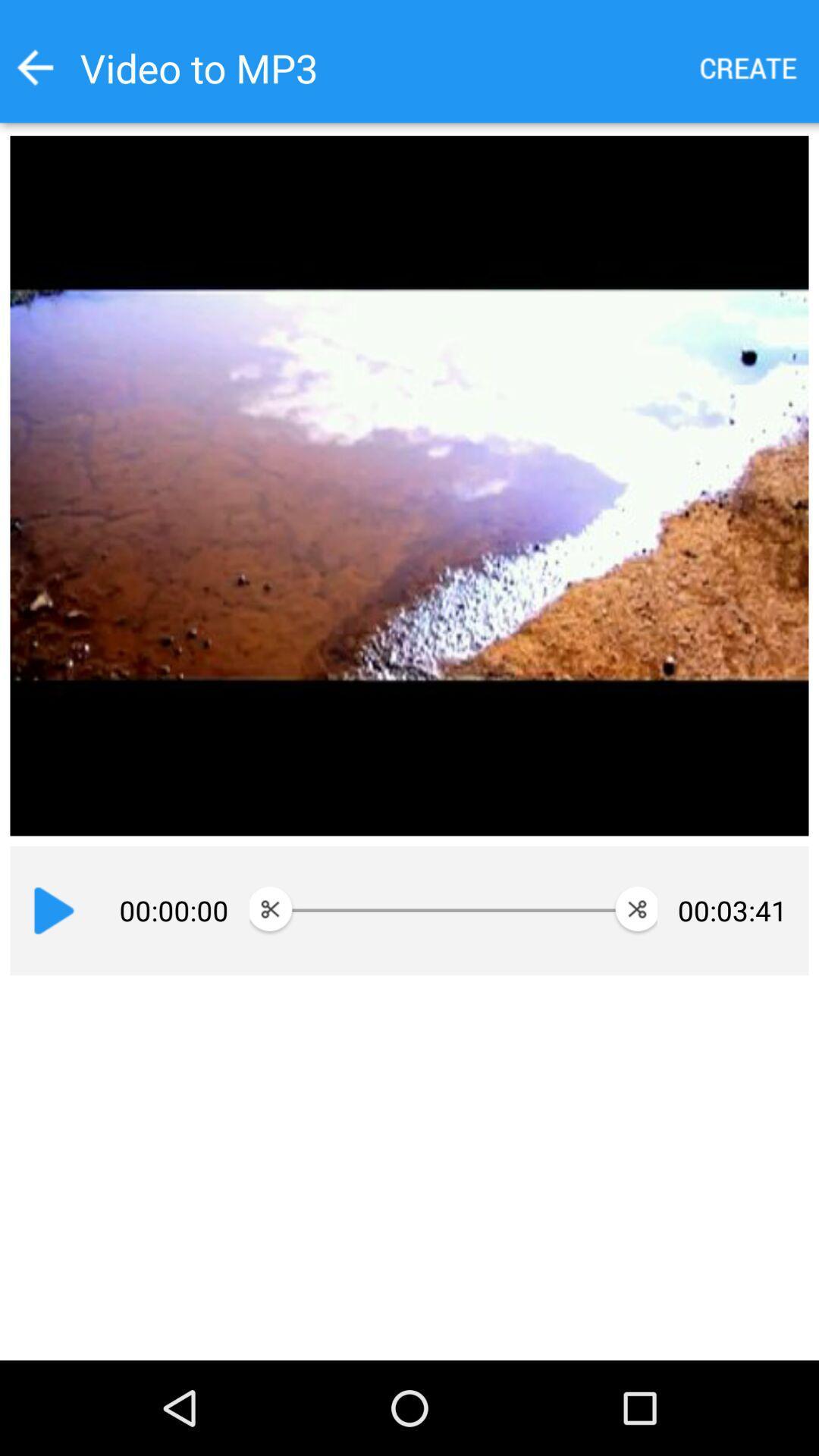 This screenshot has height=1456, width=819. Describe the element at coordinates (748, 67) in the screenshot. I see `create` at that location.